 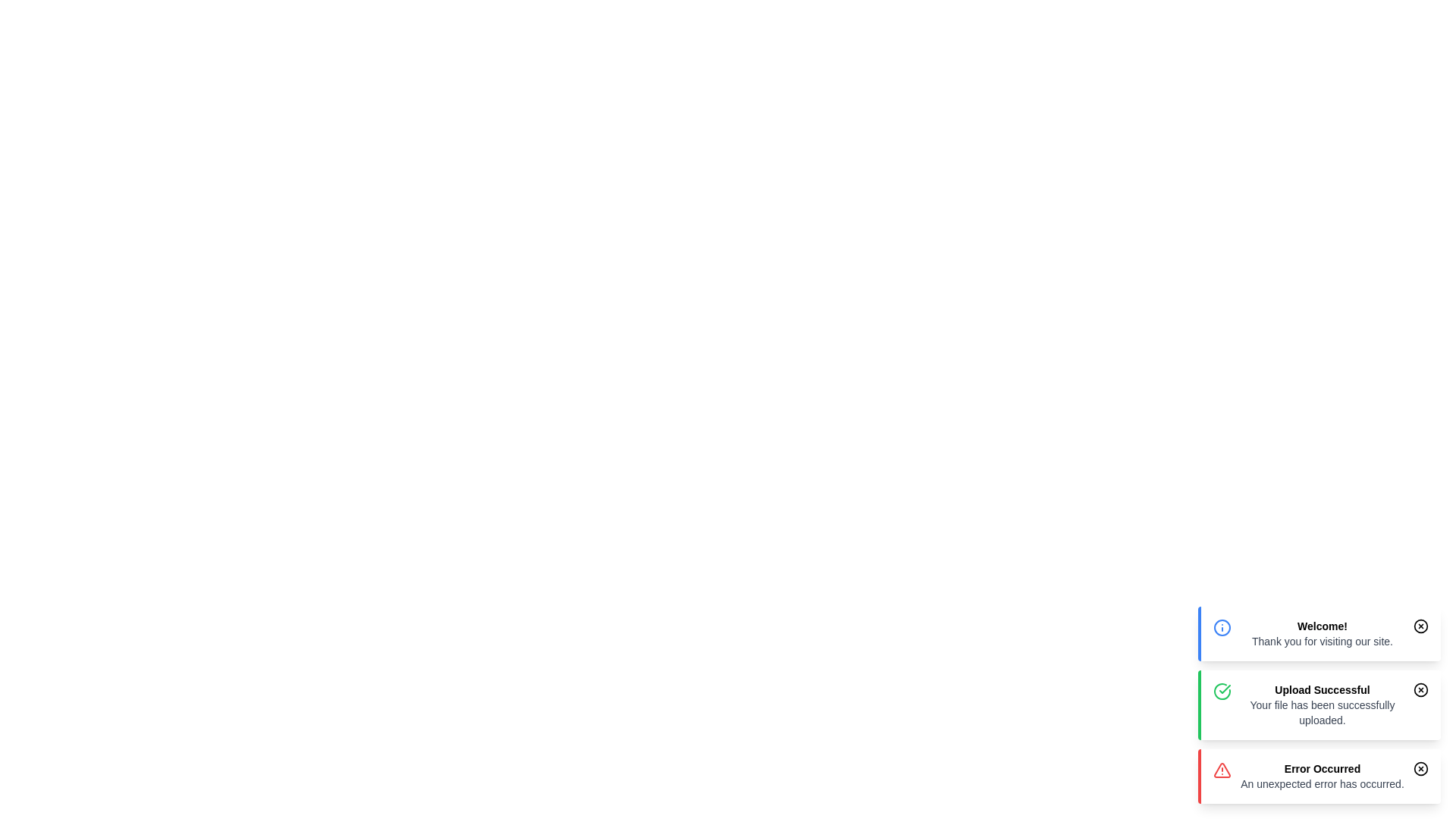 What do you see at coordinates (1321, 704) in the screenshot?
I see `message from the Notification card that confirms the successful completion of a file upload, which is the second item in the vertically stacked list of notifications` at bounding box center [1321, 704].